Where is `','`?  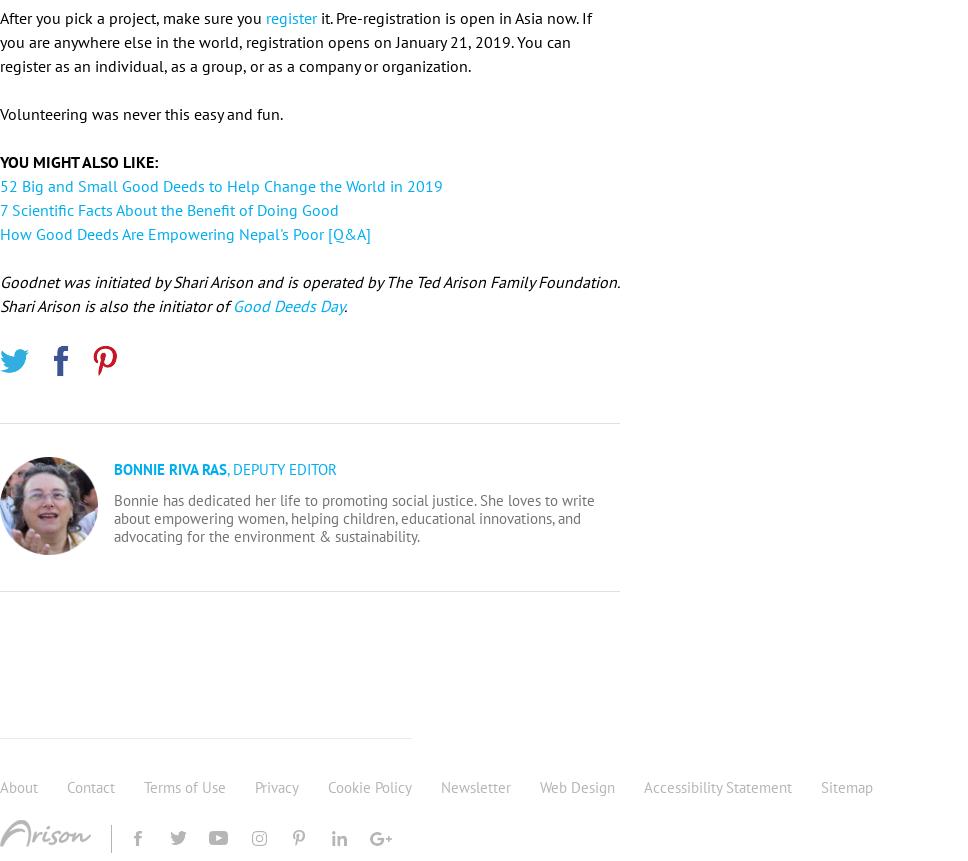 ',' is located at coordinates (228, 467).